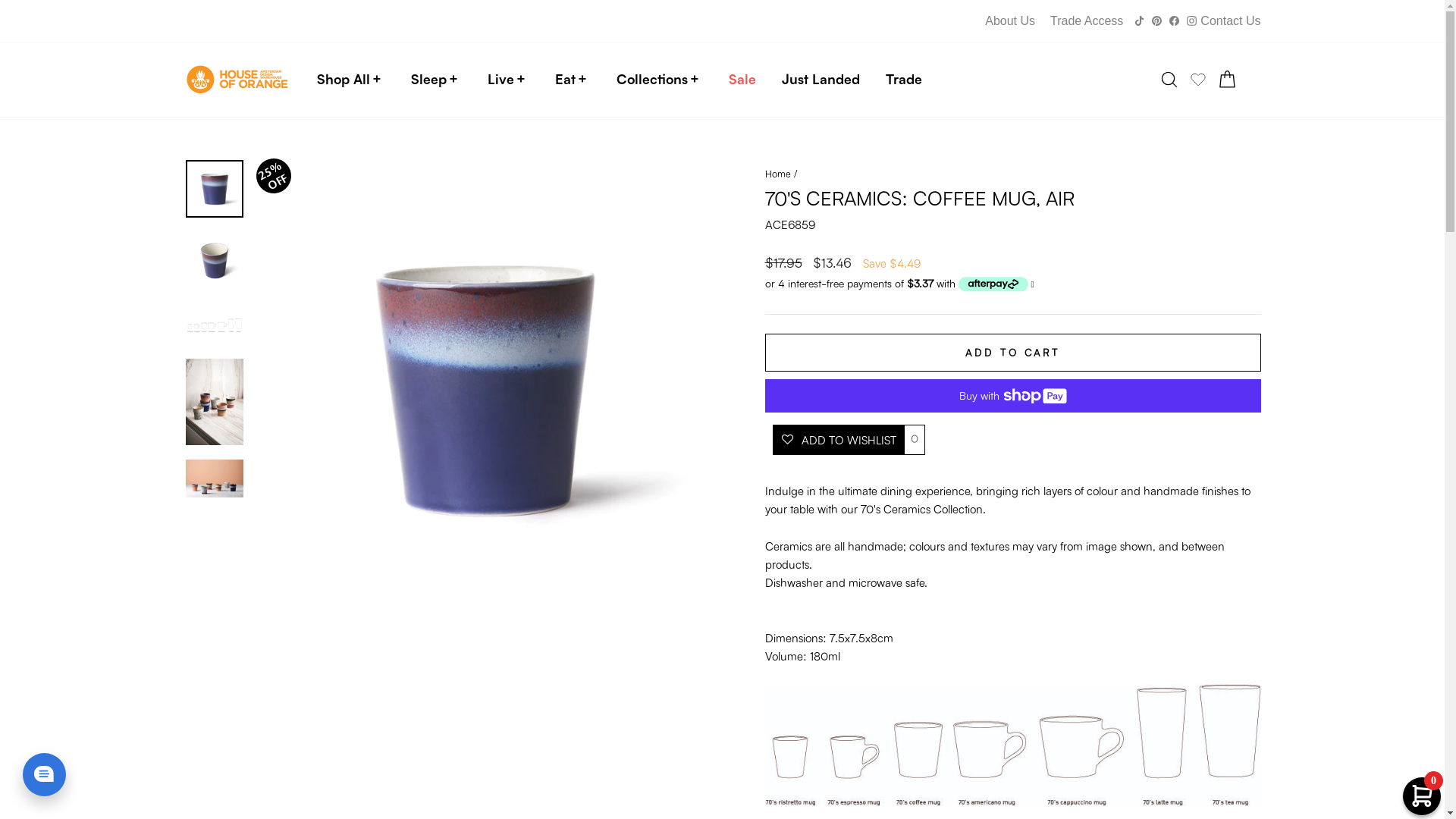 Image resolution: width=1456 pixels, height=819 pixels. I want to click on 'Trade', so click(902, 79).